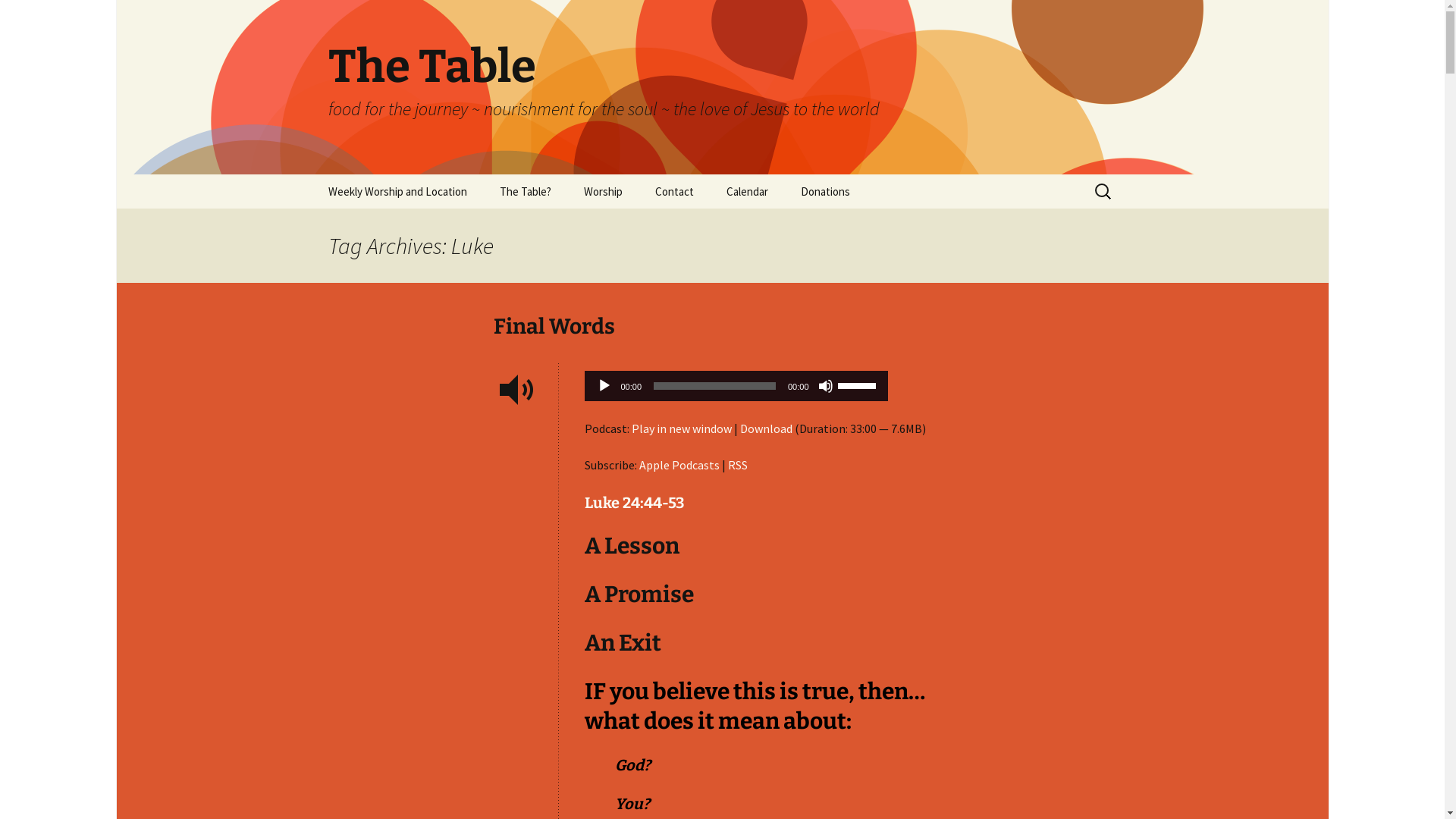  I want to click on 'Use Up/Down Arrow keys to increase or decrease volume.', so click(858, 383).